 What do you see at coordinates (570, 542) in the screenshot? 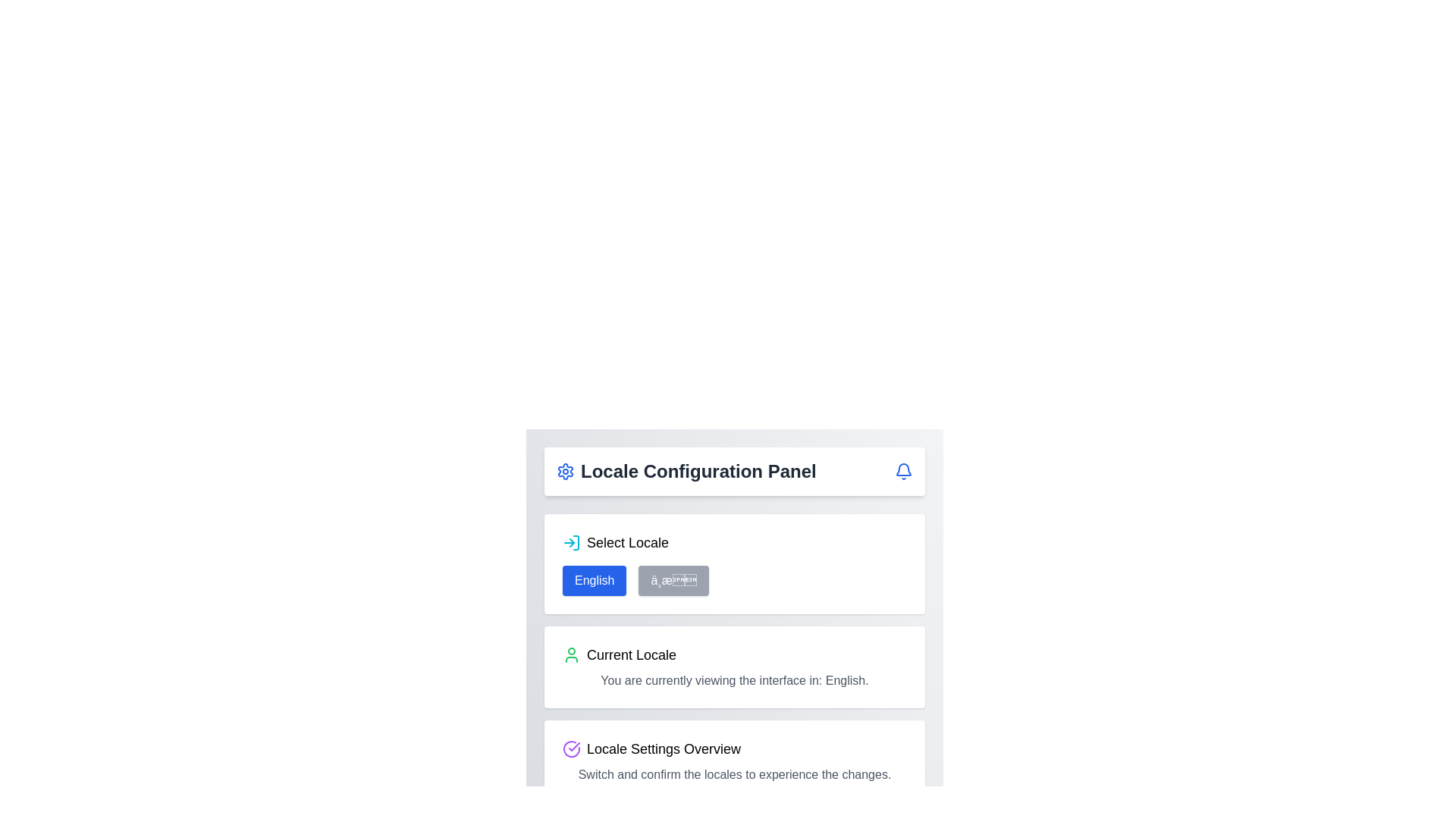
I see `the icon located in the 'Select Locale' section, positioned at the top-left corner` at bounding box center [570, 542].